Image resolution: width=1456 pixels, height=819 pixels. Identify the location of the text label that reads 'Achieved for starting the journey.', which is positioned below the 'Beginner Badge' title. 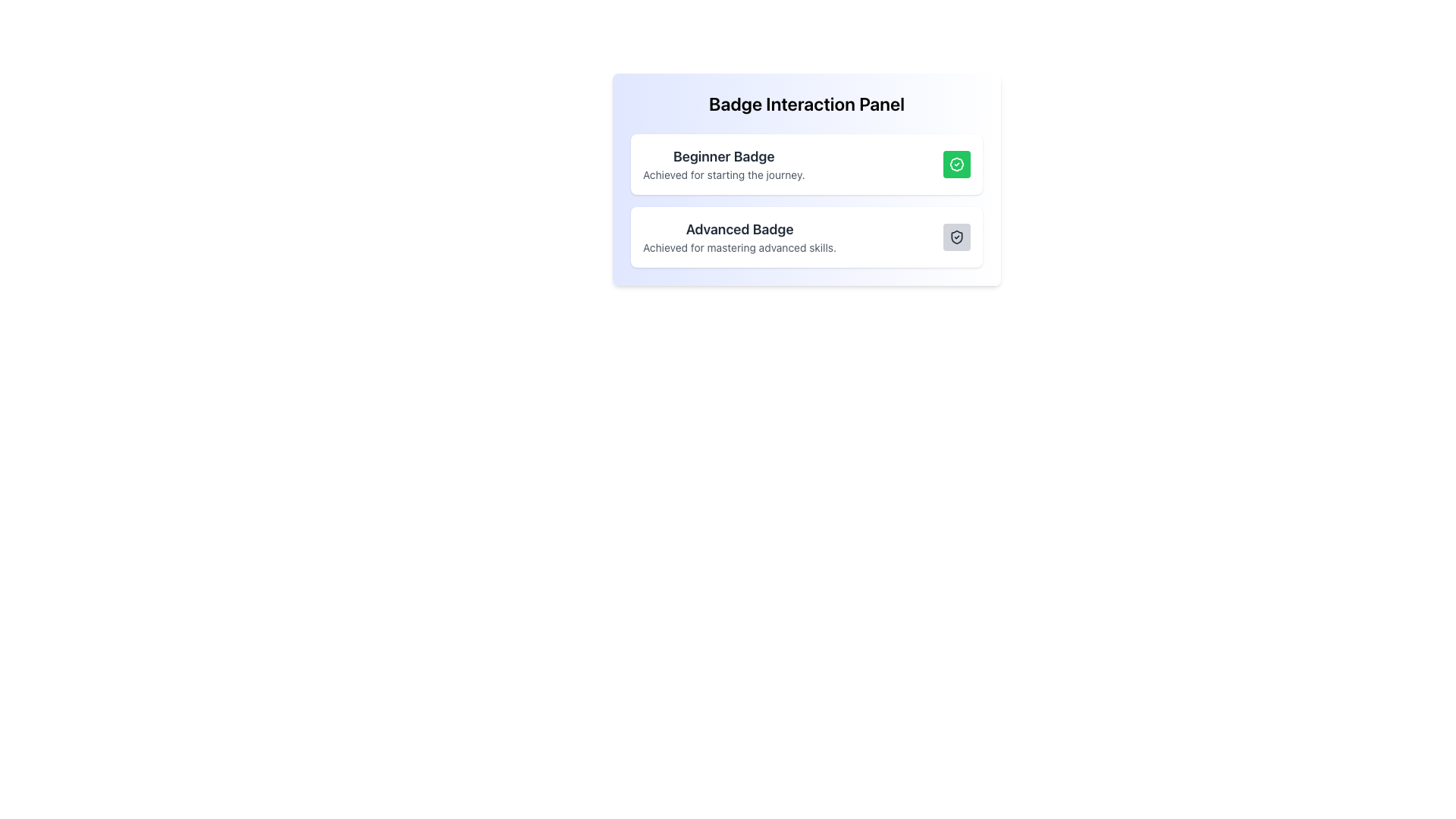
(723, 174).